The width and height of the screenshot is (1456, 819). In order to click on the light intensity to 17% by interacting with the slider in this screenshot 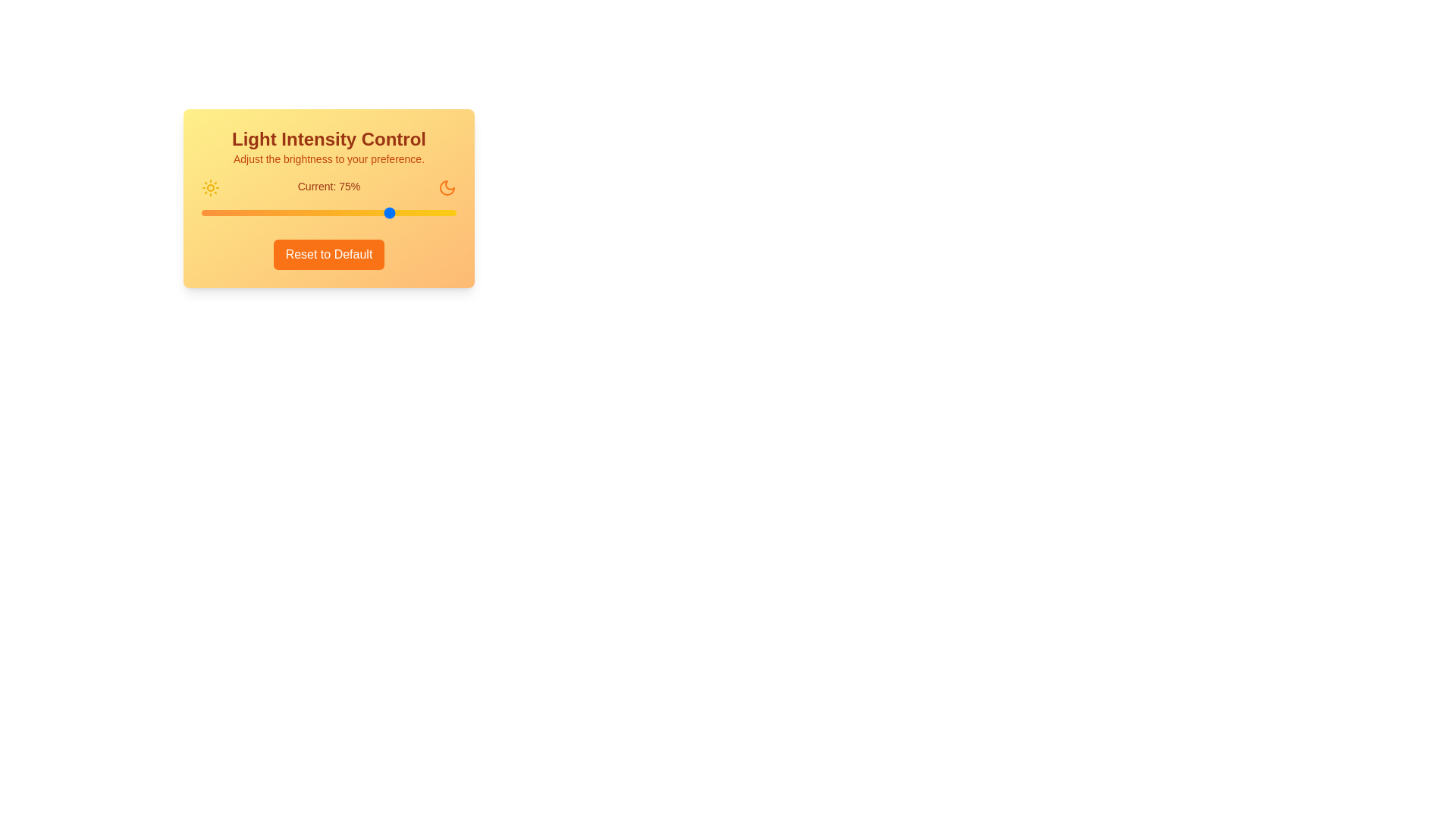, I will do `click(245, 213)`.